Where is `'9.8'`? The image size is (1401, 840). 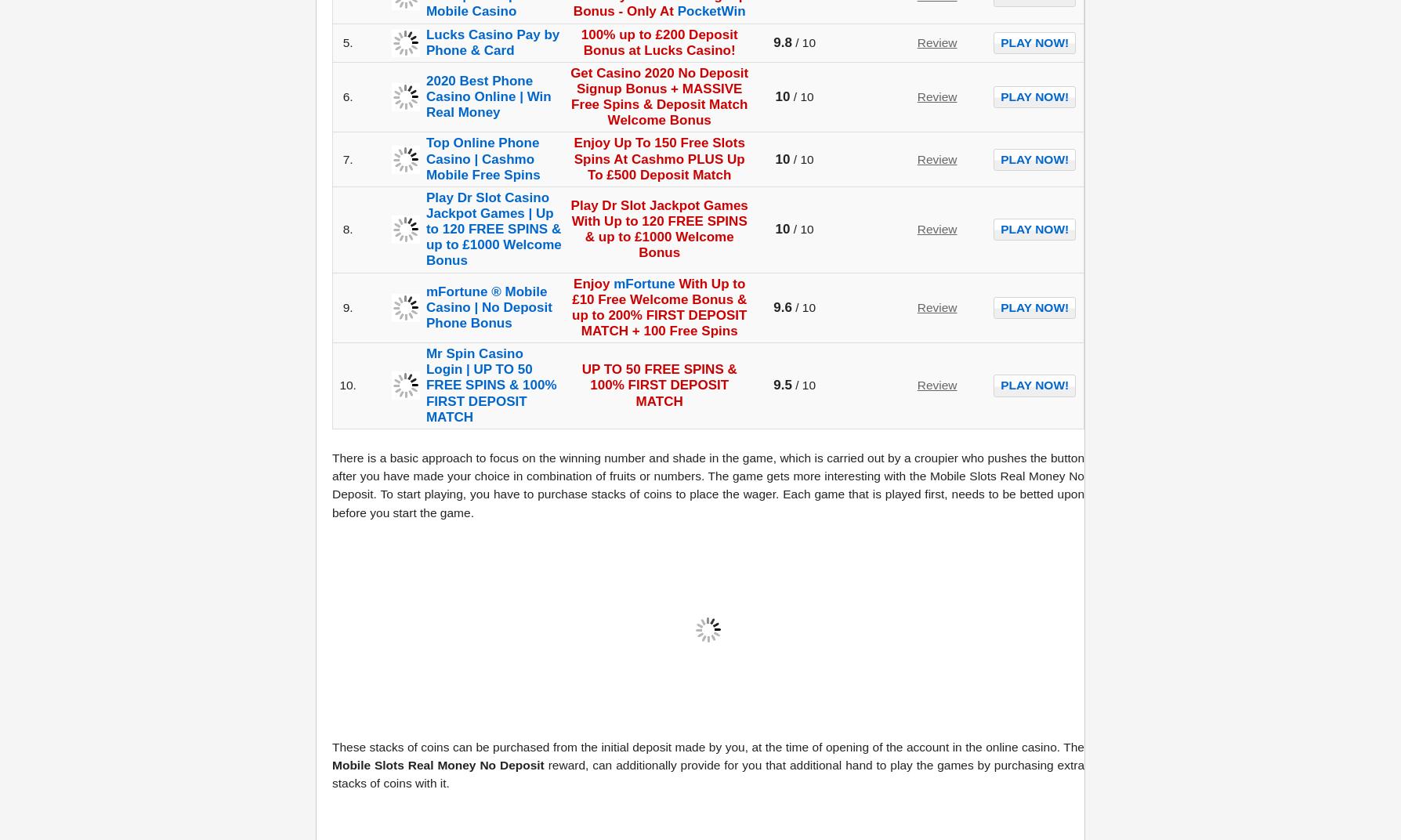
'9.8' is located at coordinates (782, 41).